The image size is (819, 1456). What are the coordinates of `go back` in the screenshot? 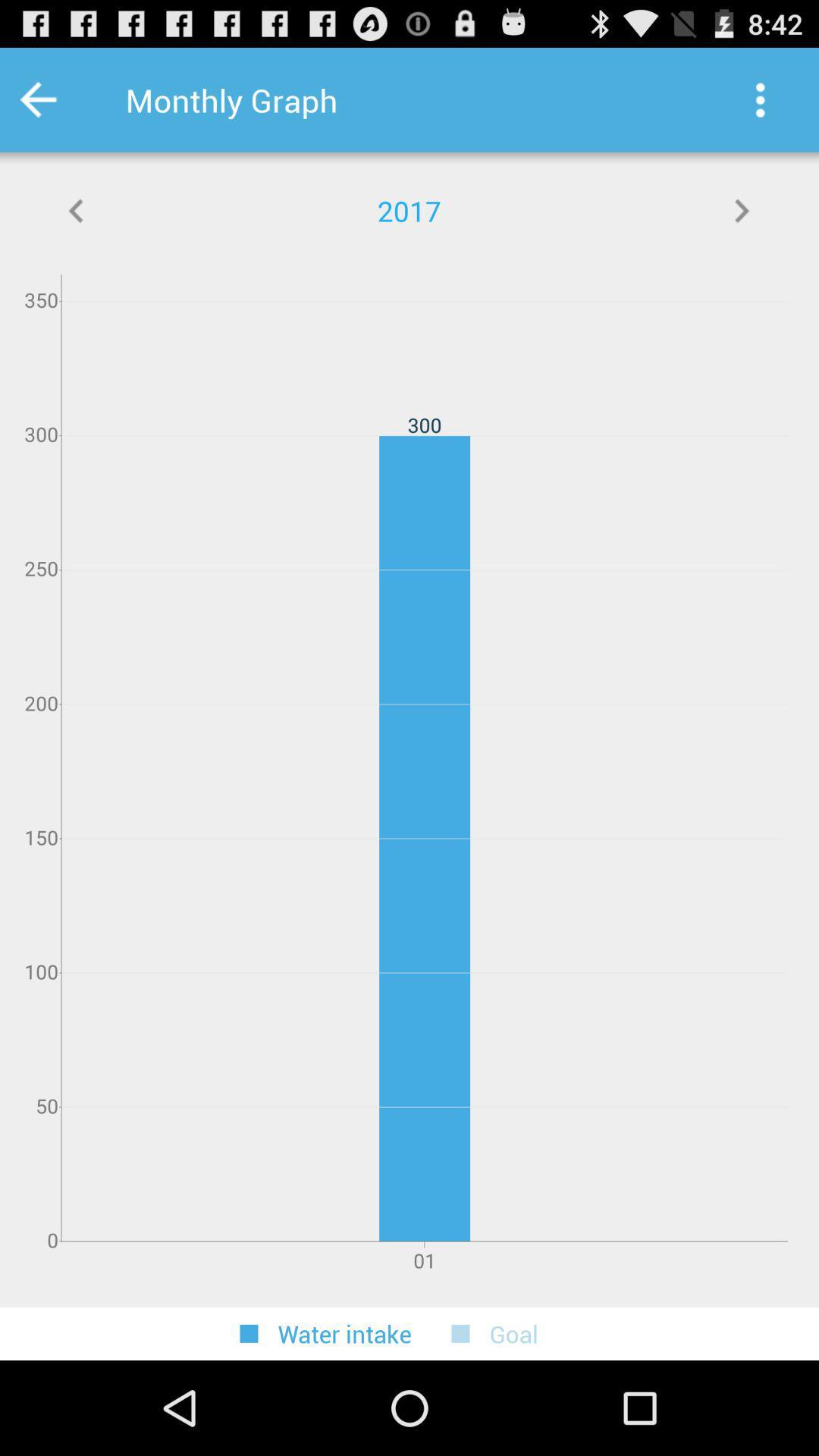 It's located at (77, 210).